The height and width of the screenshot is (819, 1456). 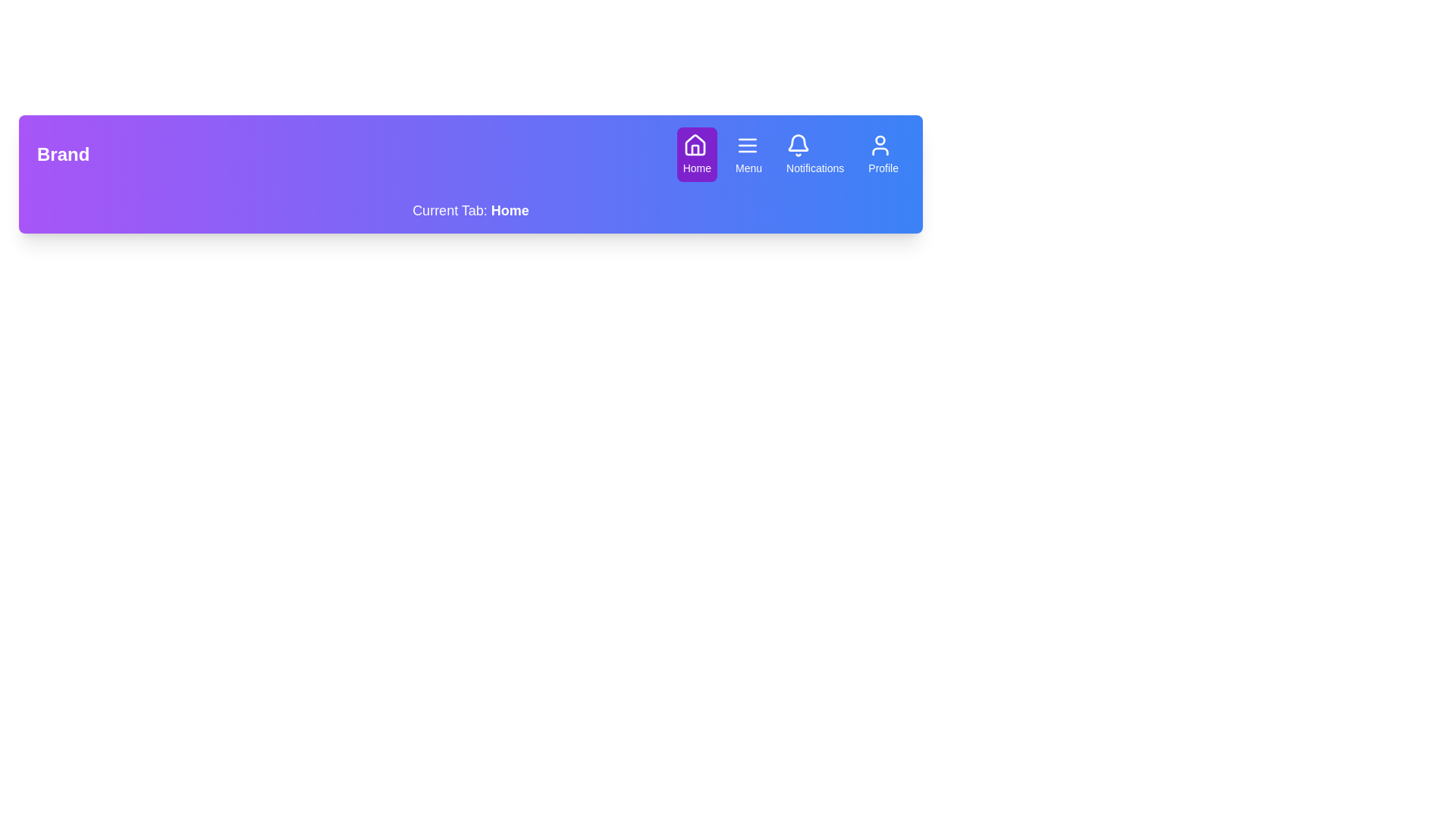 I want to click on the 'Home' button in the navigation menu, so click(x=696, y=155).